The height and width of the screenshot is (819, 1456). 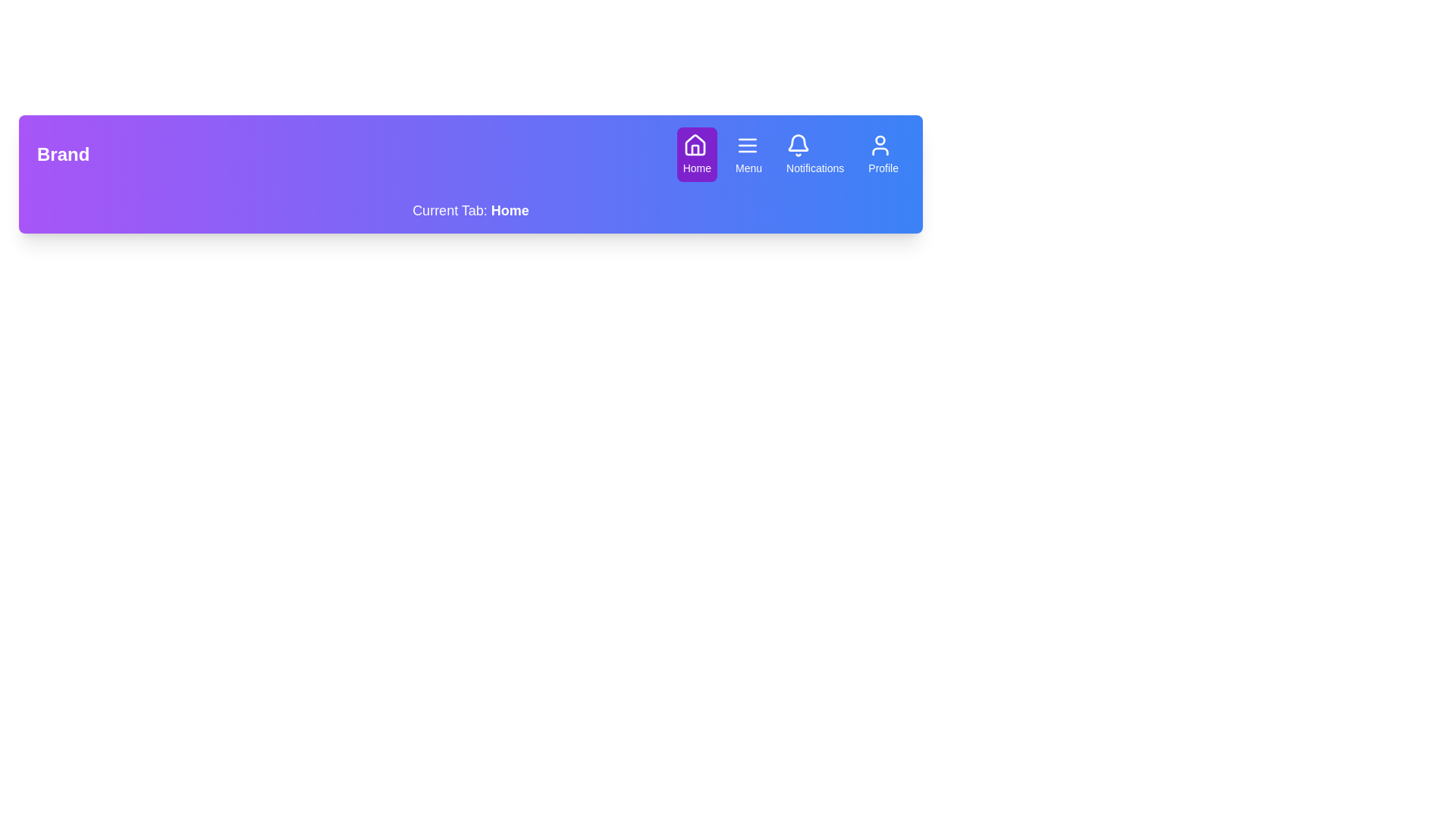 I want to click on the 'Home' button in the navigation menu, so click(x=696, y=155).